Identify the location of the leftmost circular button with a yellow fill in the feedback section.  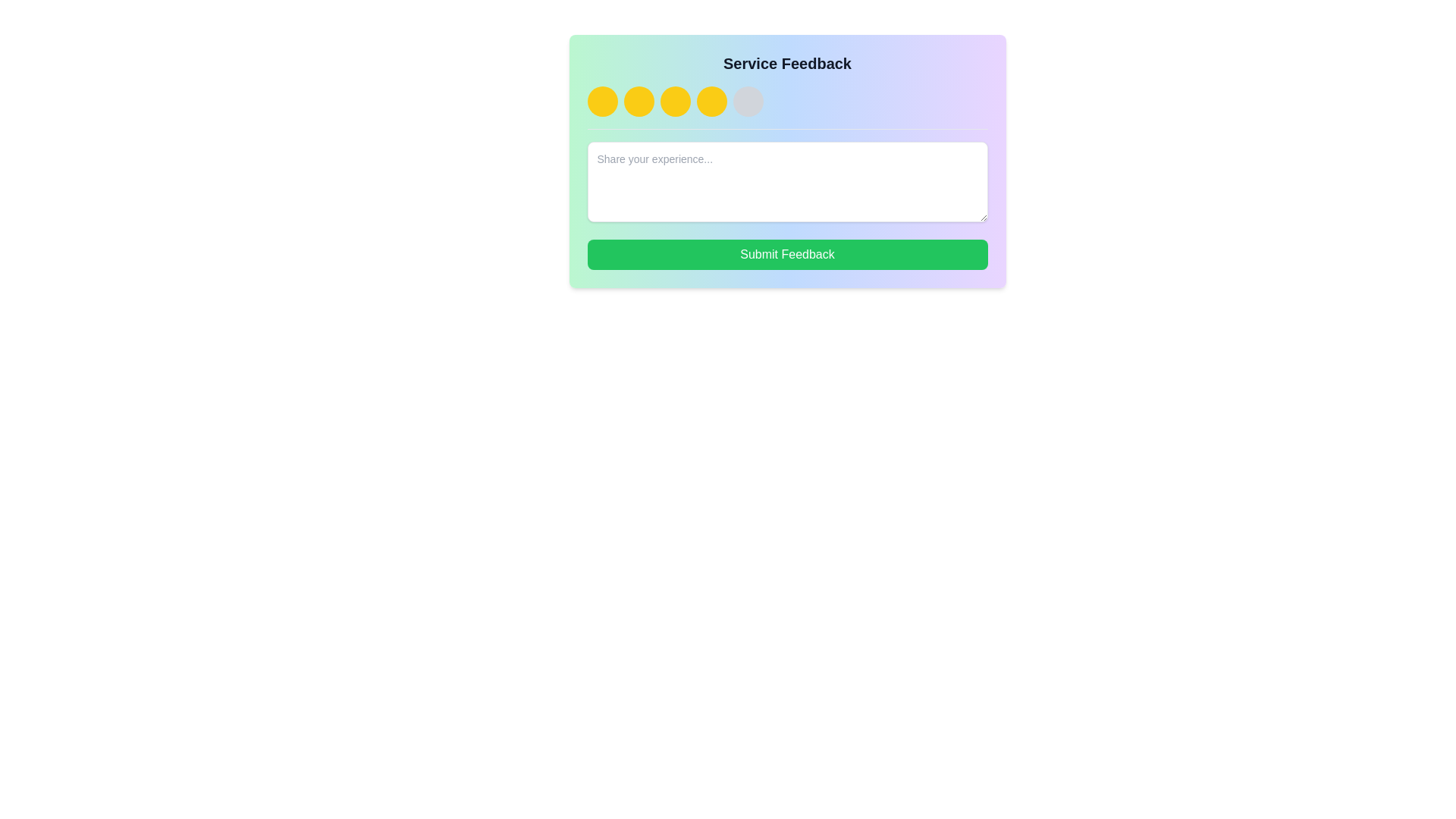
(601, 102).